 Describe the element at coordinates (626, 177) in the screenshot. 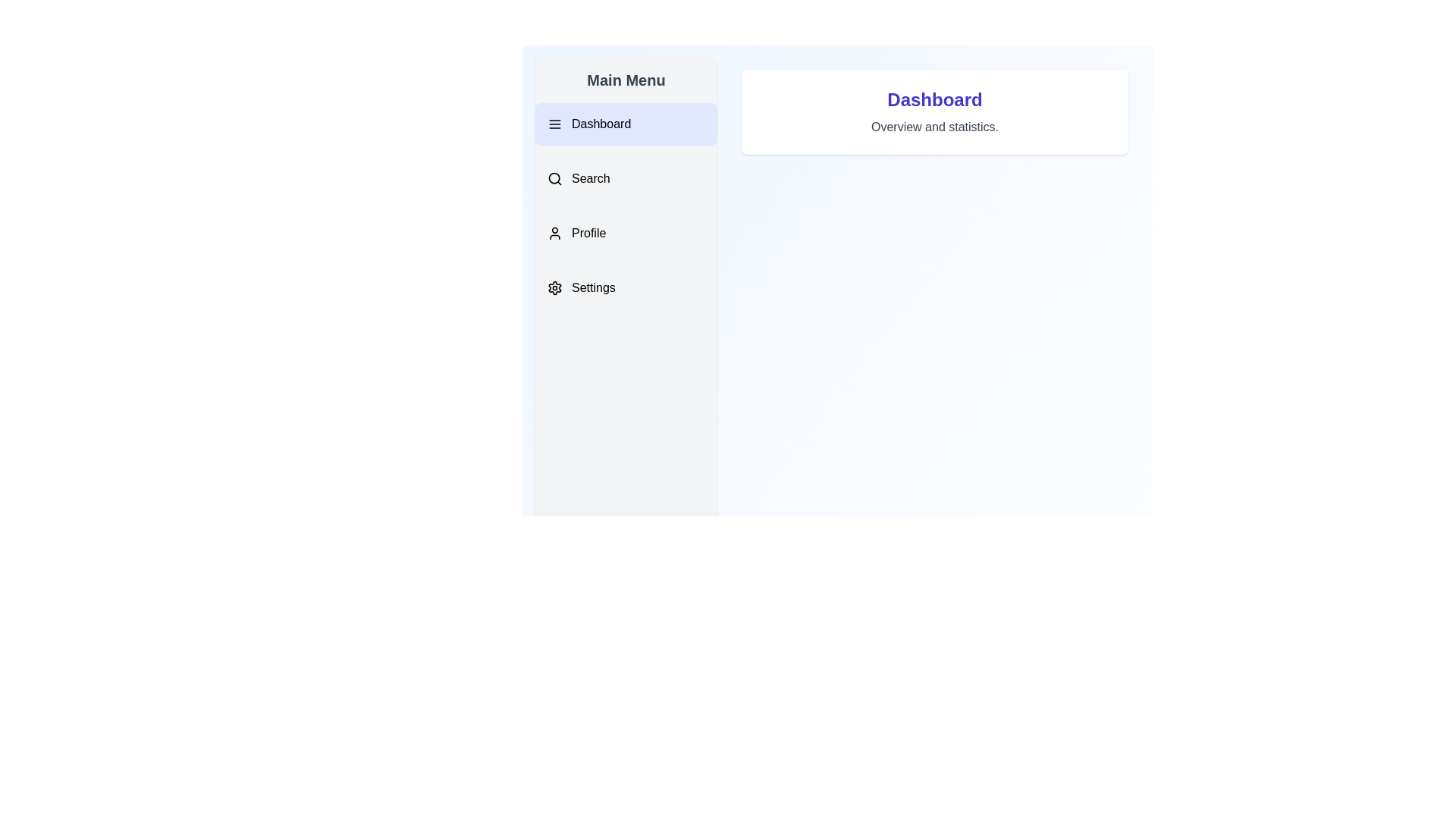

I see `the menu item Search to highlight it` at that location.